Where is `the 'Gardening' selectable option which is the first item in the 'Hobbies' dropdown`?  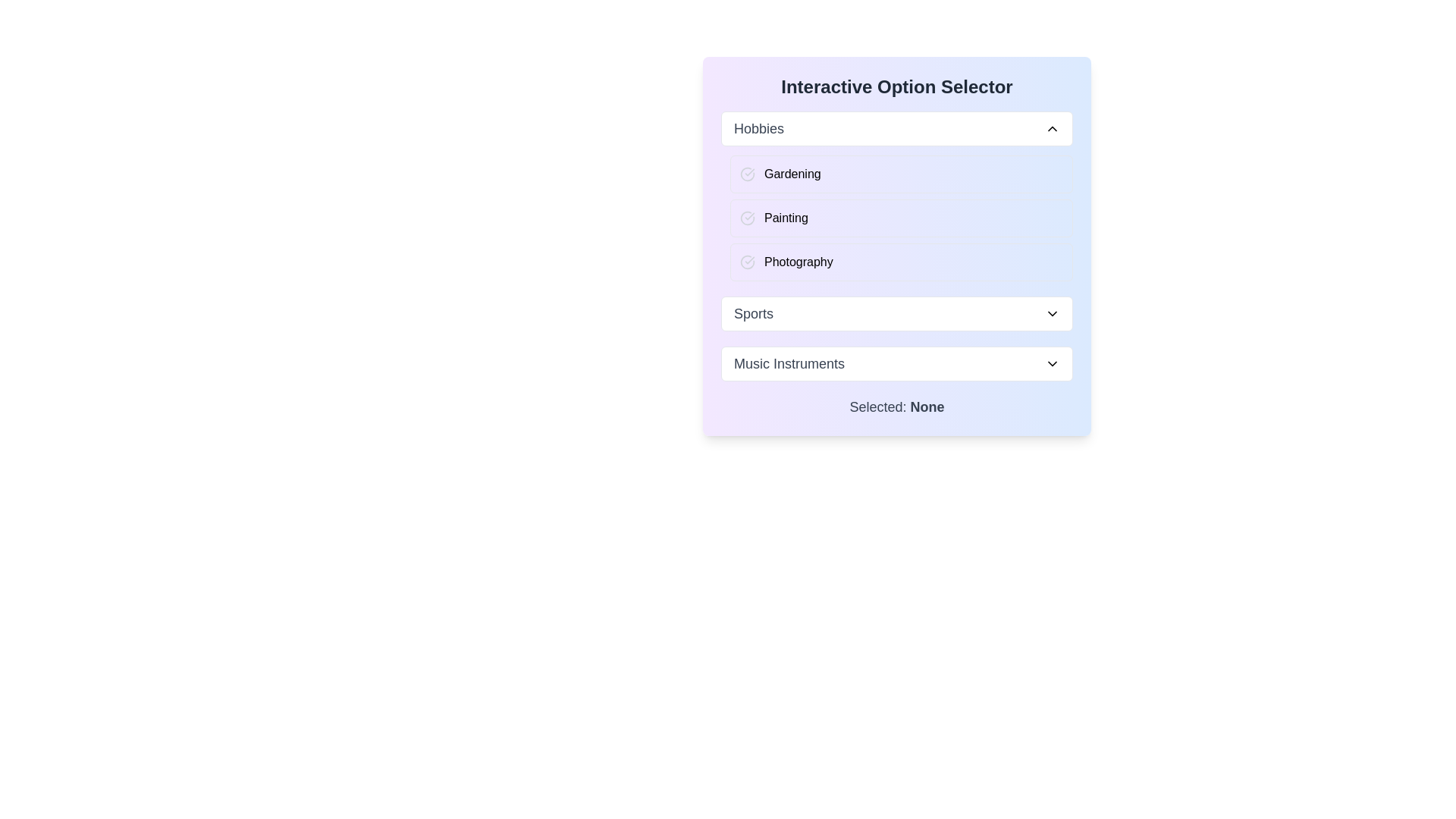
the 'Gardening' selectable option which is the first item in the 'Hobbies' dropdown is located at coordinates (896, 174).